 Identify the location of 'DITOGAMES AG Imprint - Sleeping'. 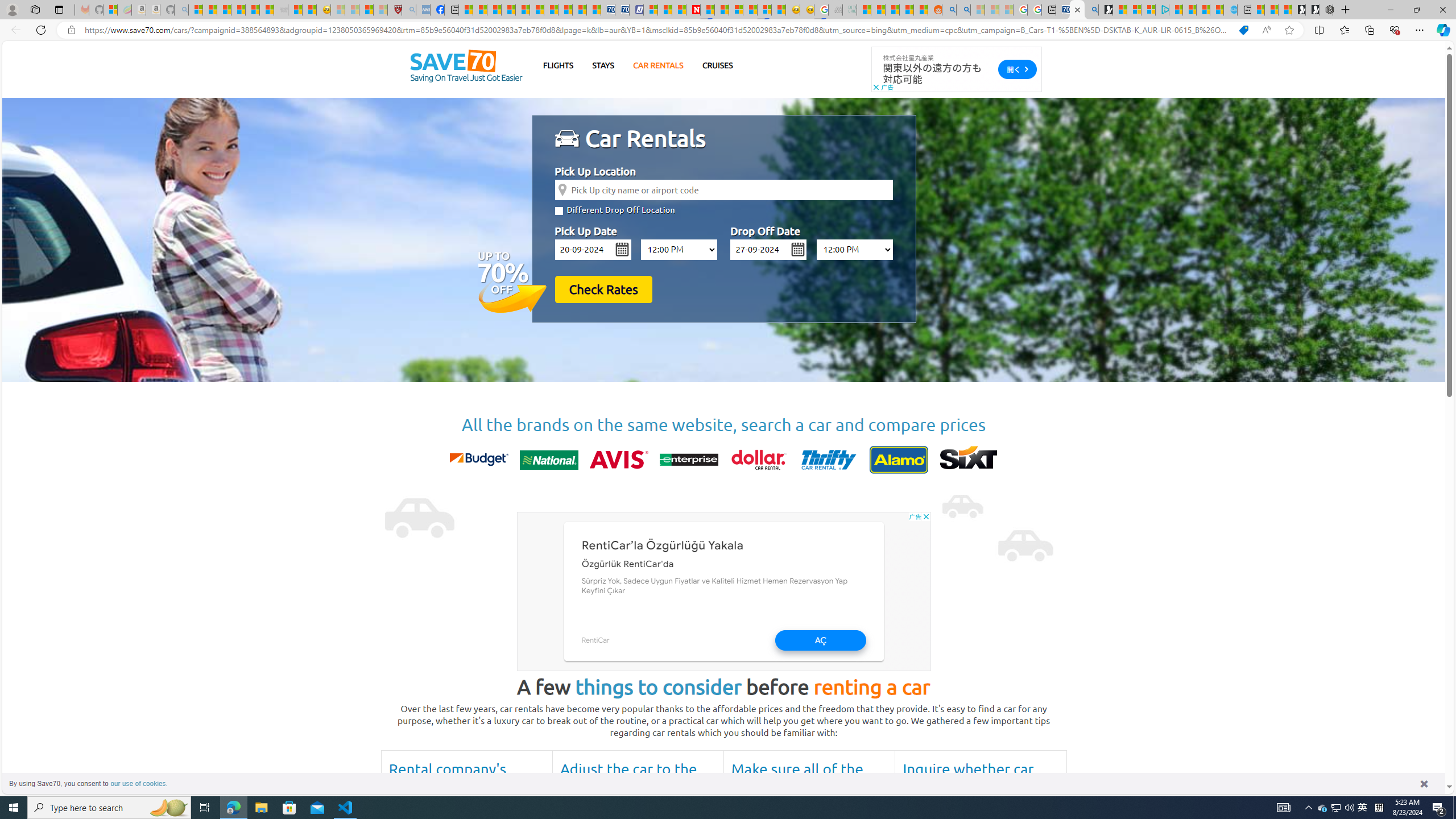
(849, 9).